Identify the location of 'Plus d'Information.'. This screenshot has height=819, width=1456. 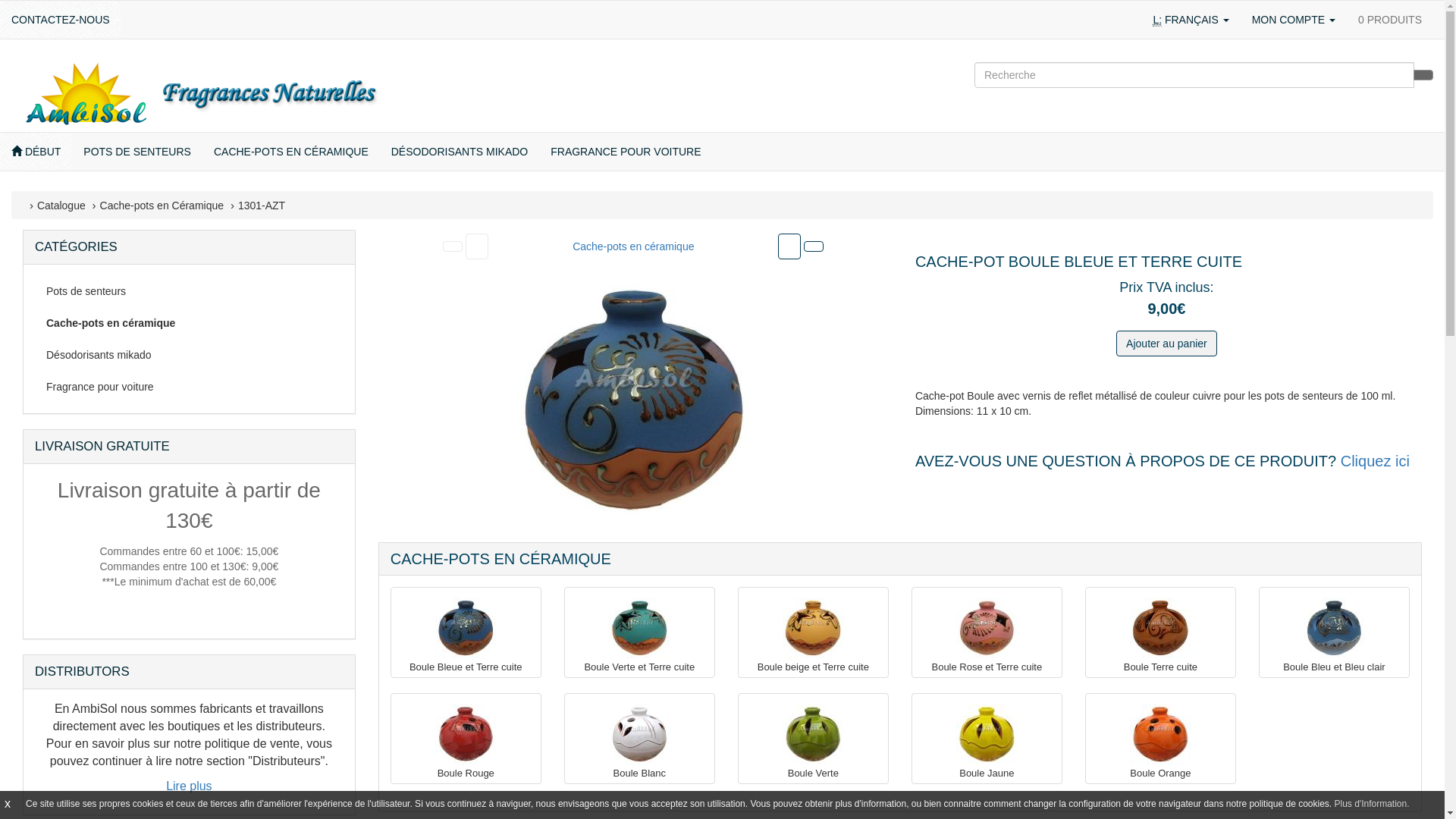
(1372, 803).